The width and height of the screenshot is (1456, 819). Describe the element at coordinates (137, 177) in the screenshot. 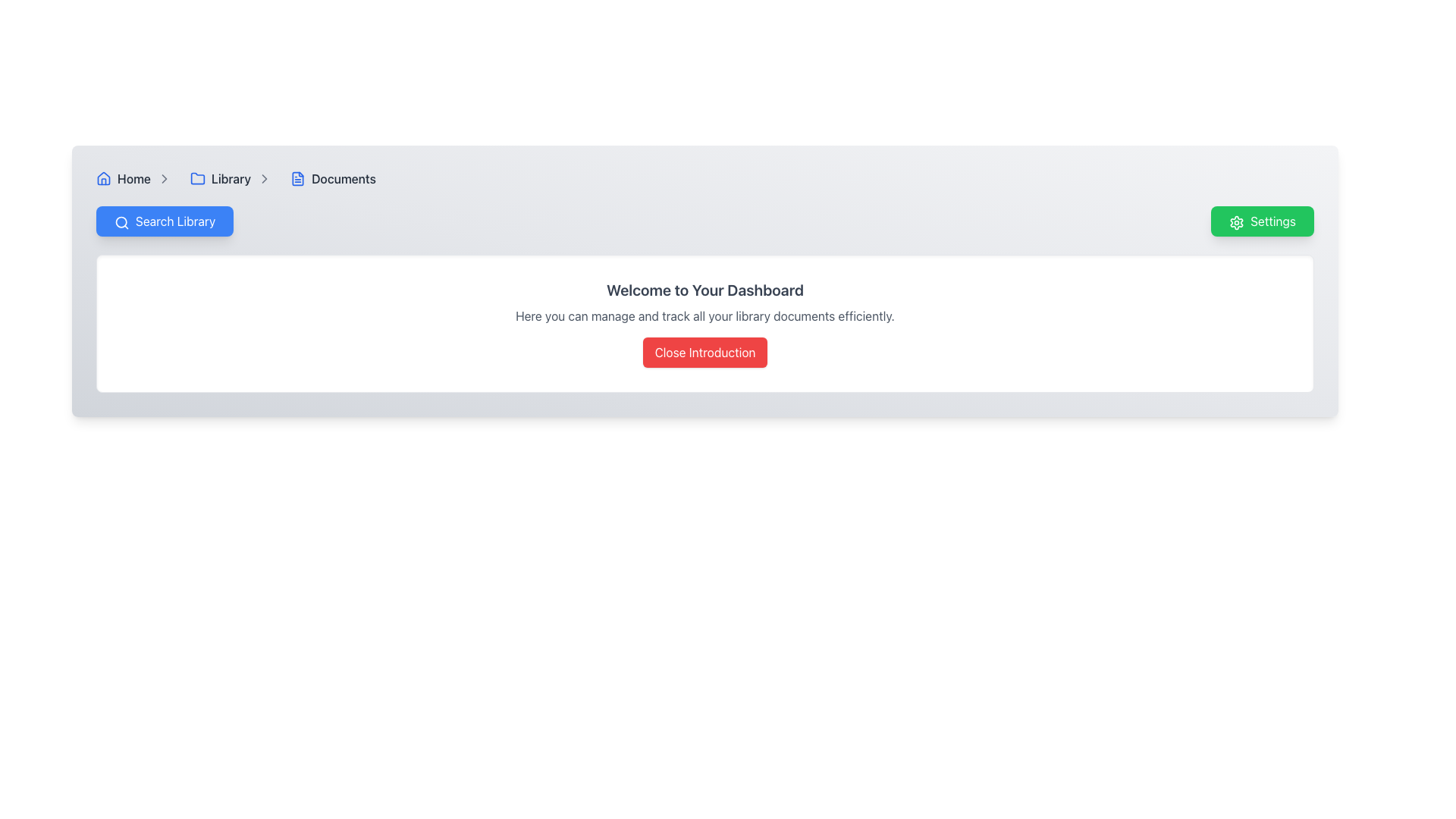

I see `the 'Home' breadcrumb navigation item, which is the first item in the breadcrumb navigation bar located at the top-left corner of the interface` at that location.